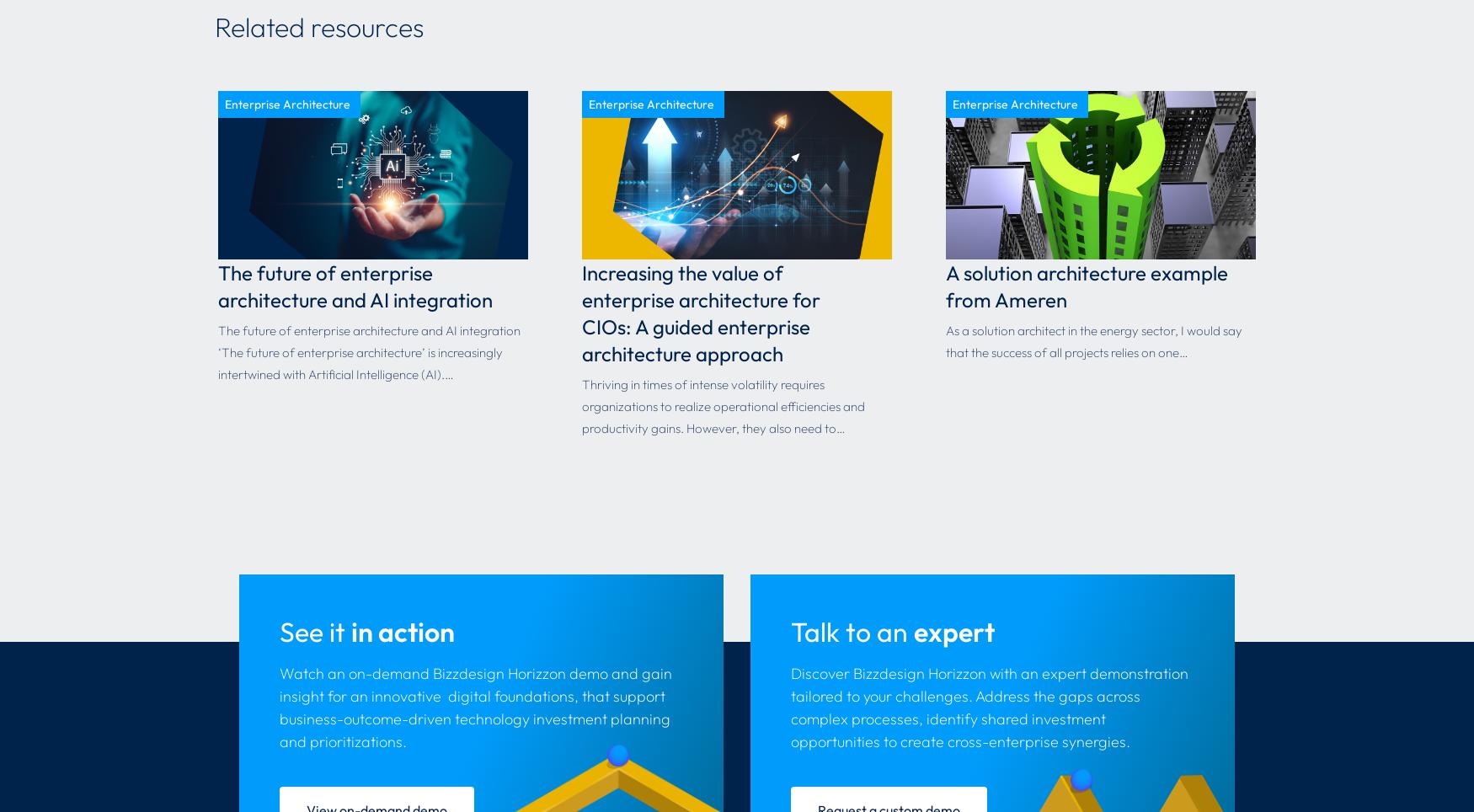 Image resolution: width=1474 pixels, height=812 pixels. What do you see at coordinates (354, 286) in the screenshot?
I see `'The future of enterprise architecture and AI integration'` at bounding box center [354, 286].